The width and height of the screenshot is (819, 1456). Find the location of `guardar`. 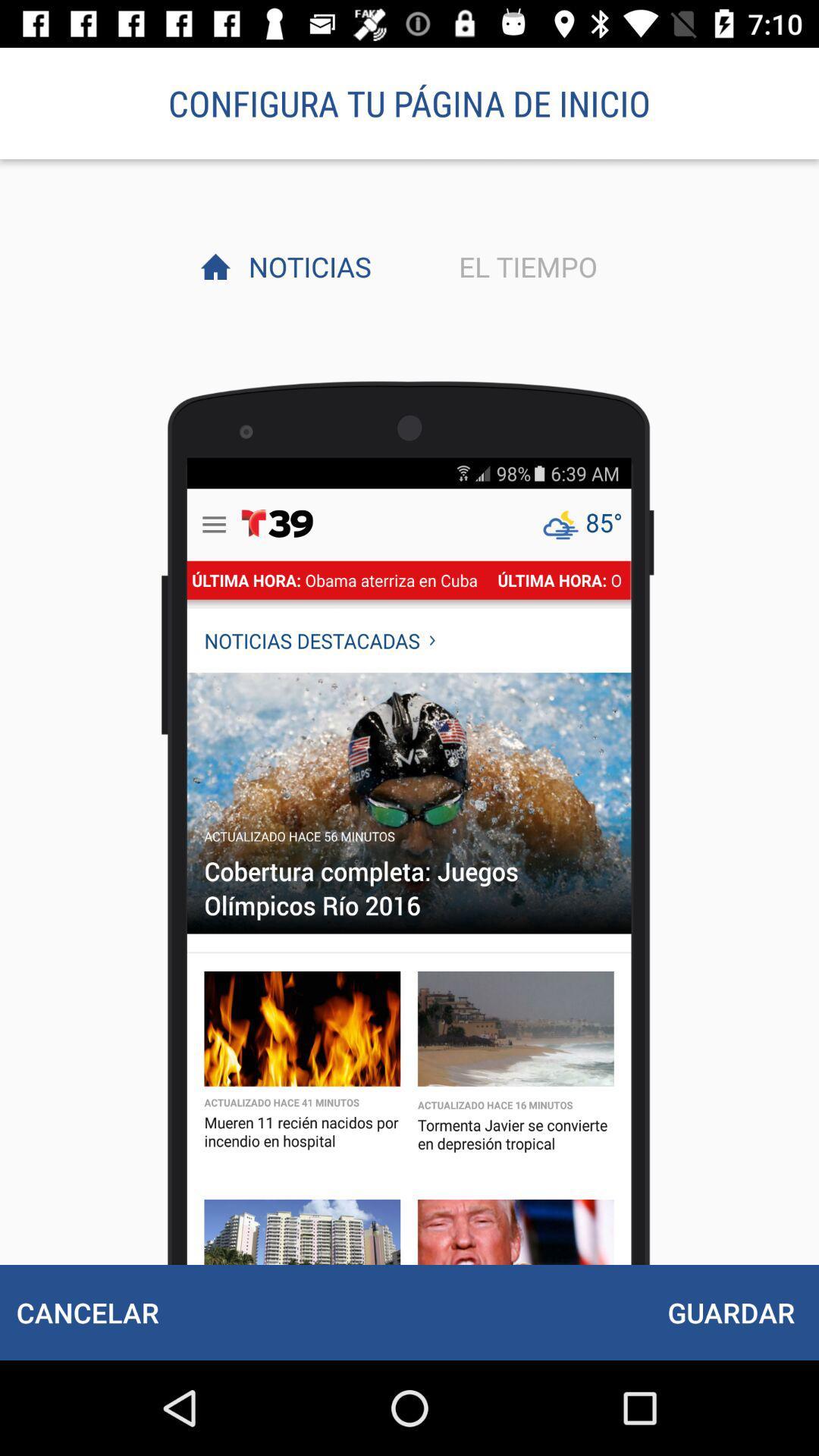

guardar is located at coordinates (730, 1312).